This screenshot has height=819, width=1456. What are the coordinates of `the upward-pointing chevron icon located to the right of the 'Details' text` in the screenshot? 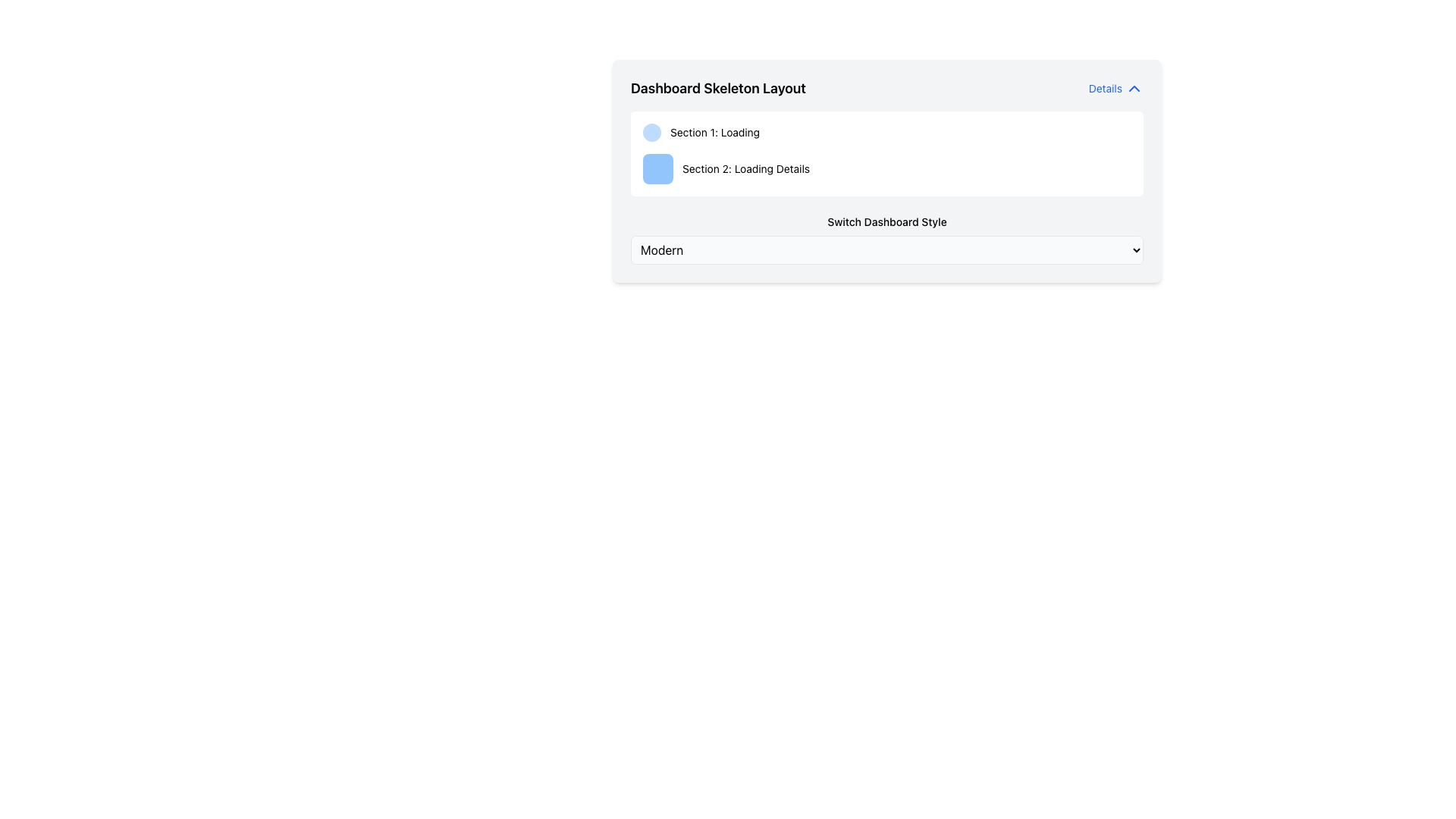 It's located at (1134, 88).